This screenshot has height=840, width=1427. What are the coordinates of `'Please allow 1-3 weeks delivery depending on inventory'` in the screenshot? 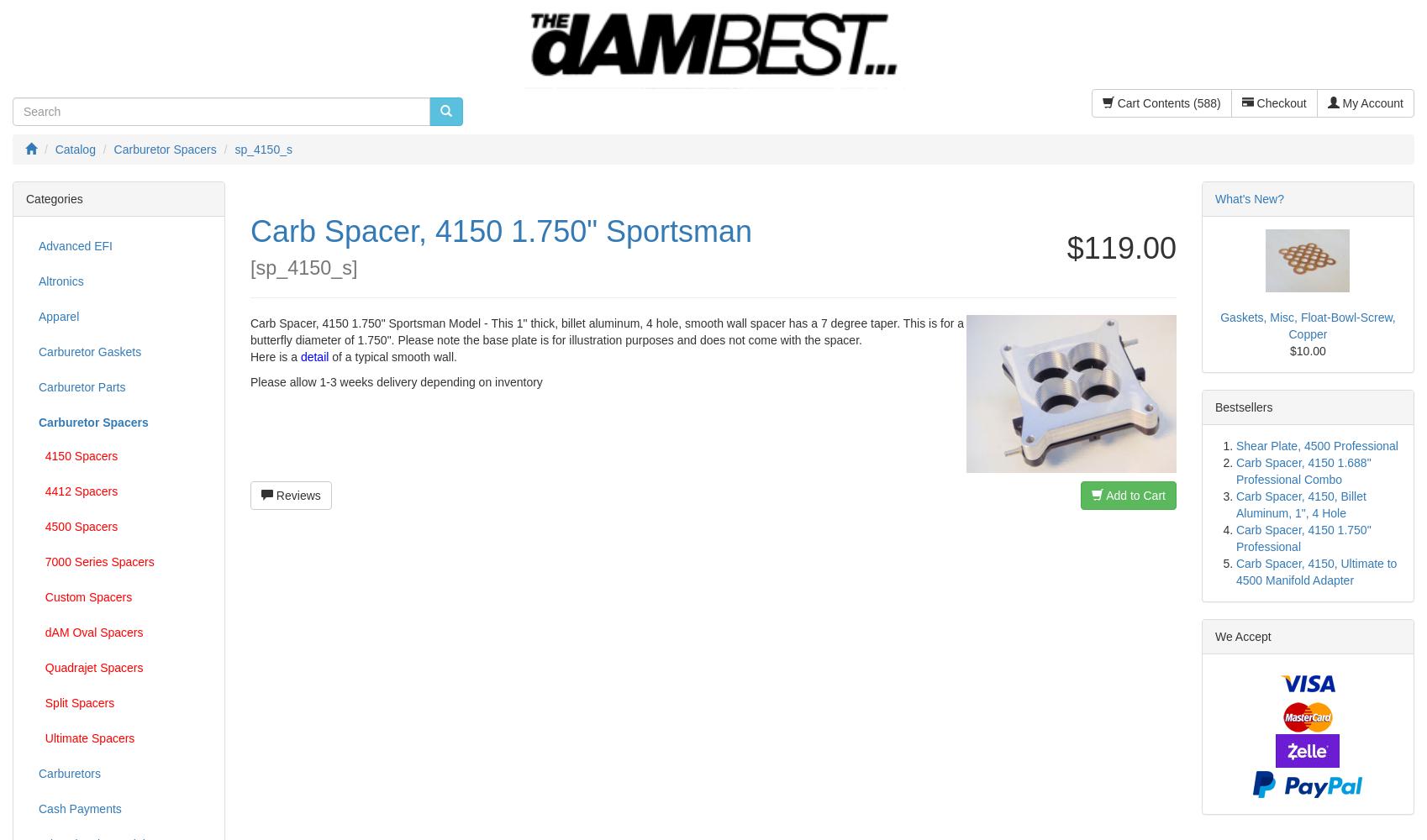 It's located at (395, 381).